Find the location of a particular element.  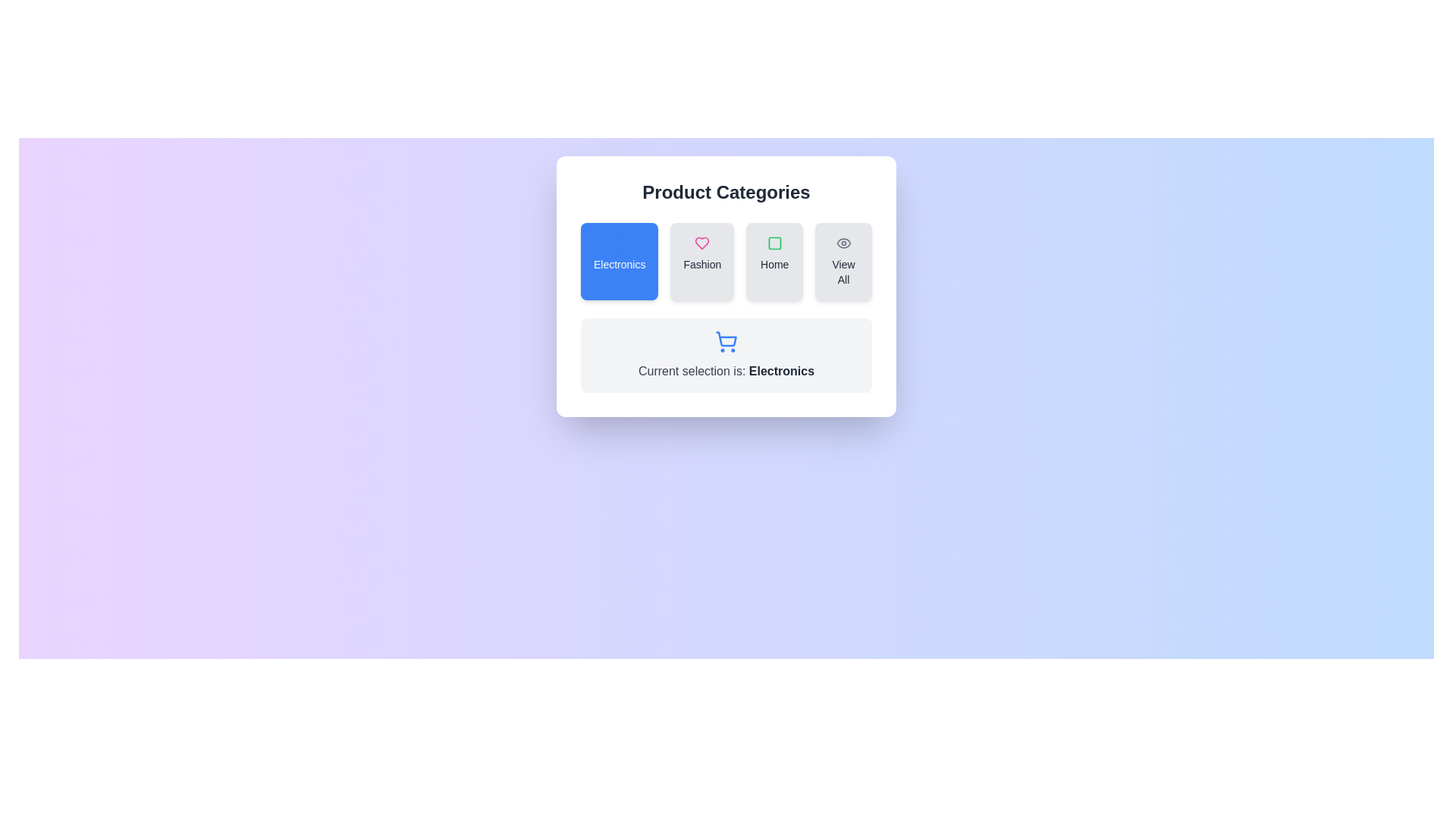

the informational text label that updates the user about the current selection in product categories, located below the shopping cart icon is located at coordinates (726, 371).